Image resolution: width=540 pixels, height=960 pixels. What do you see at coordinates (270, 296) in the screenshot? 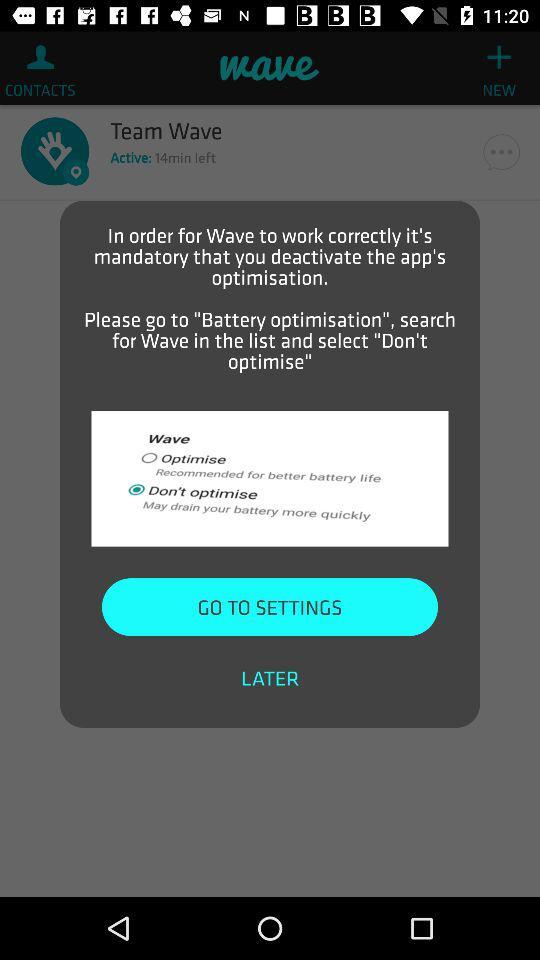
I see `in order for item` at bounding box center [270, 296].